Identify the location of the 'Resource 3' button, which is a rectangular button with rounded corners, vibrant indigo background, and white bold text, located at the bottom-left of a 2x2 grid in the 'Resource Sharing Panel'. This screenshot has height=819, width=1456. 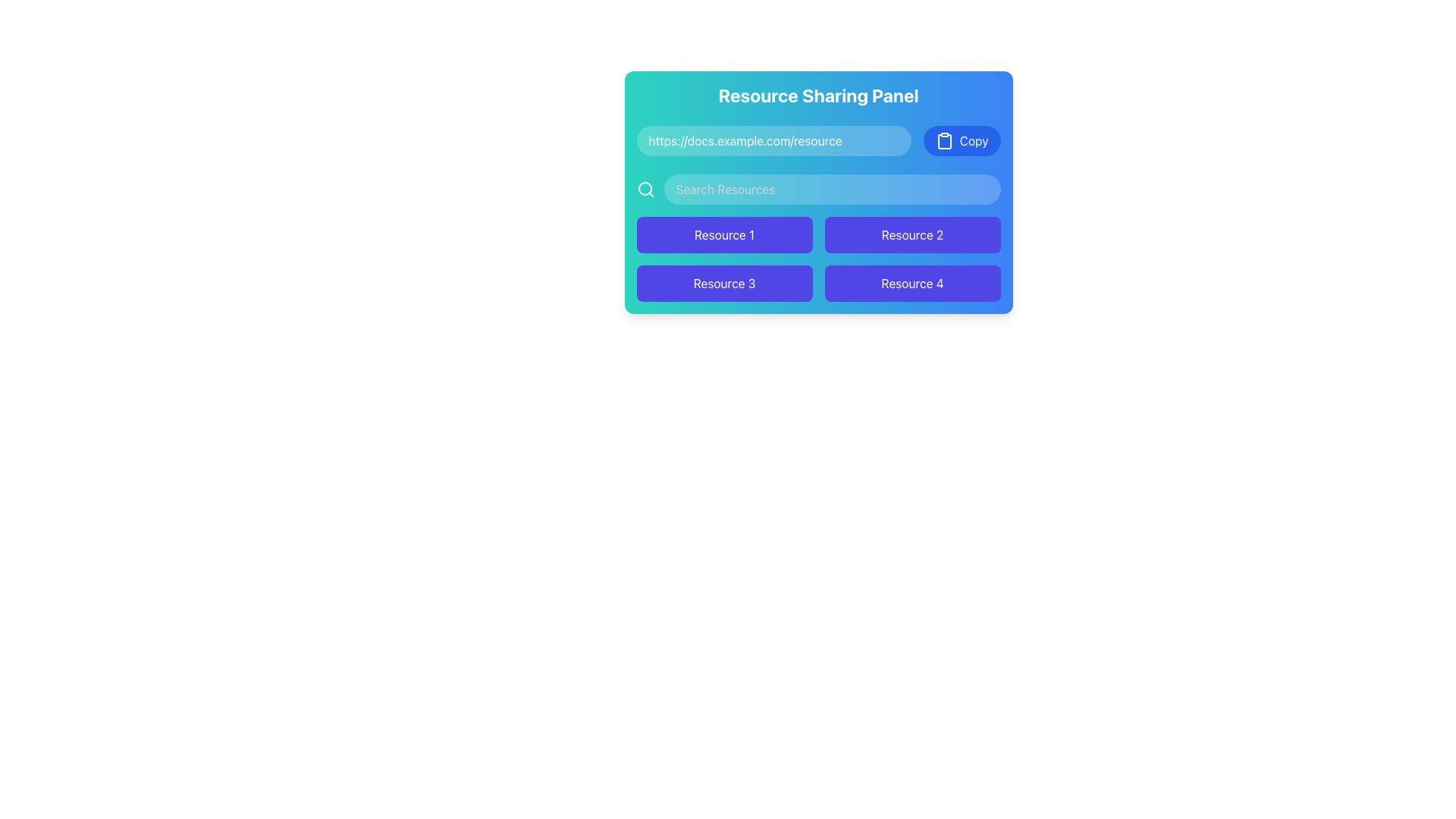
(723, 284).